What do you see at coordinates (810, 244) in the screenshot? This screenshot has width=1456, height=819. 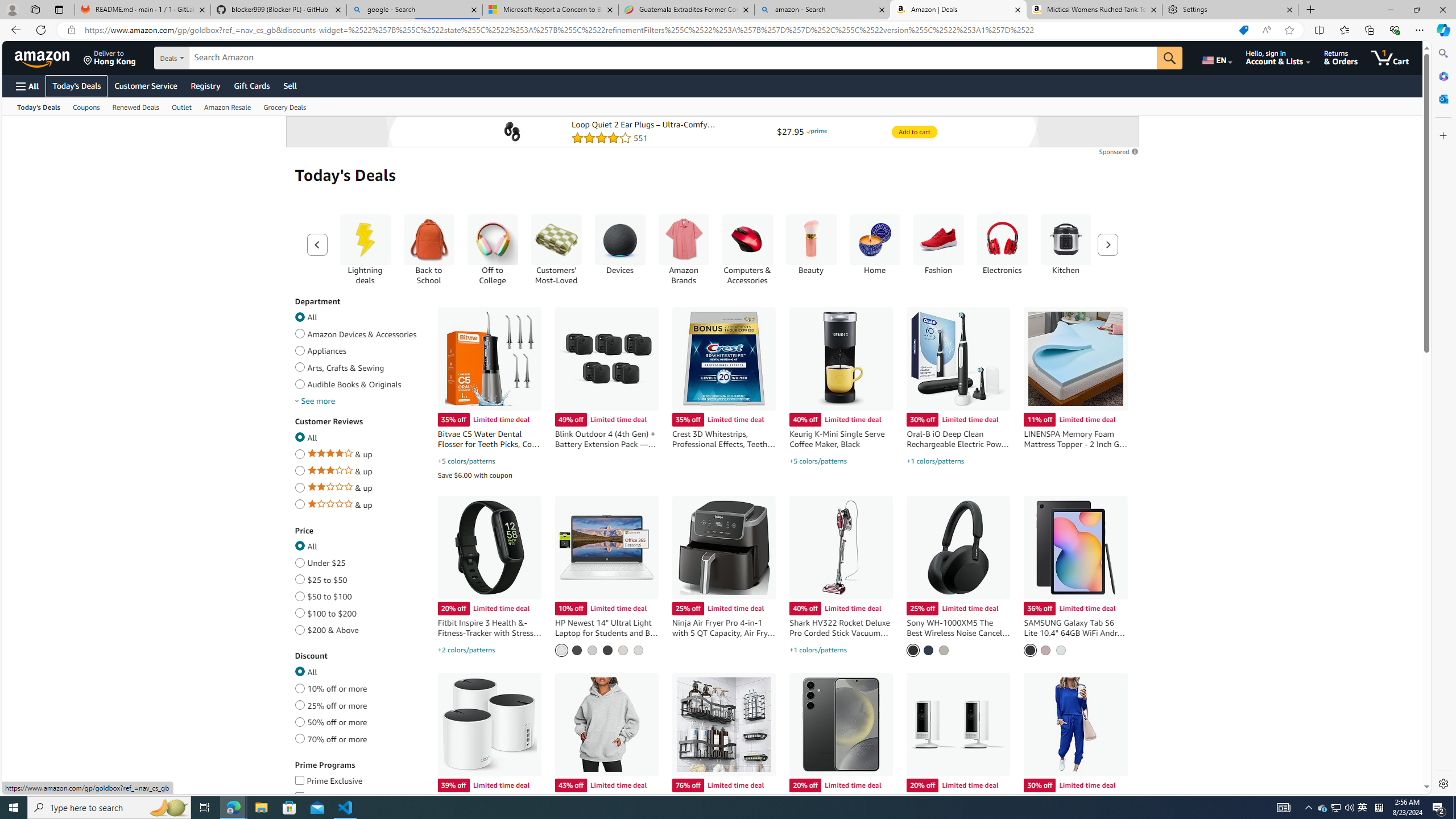 I see `'Beauty Beauty'` at bounding box center [810, 244].